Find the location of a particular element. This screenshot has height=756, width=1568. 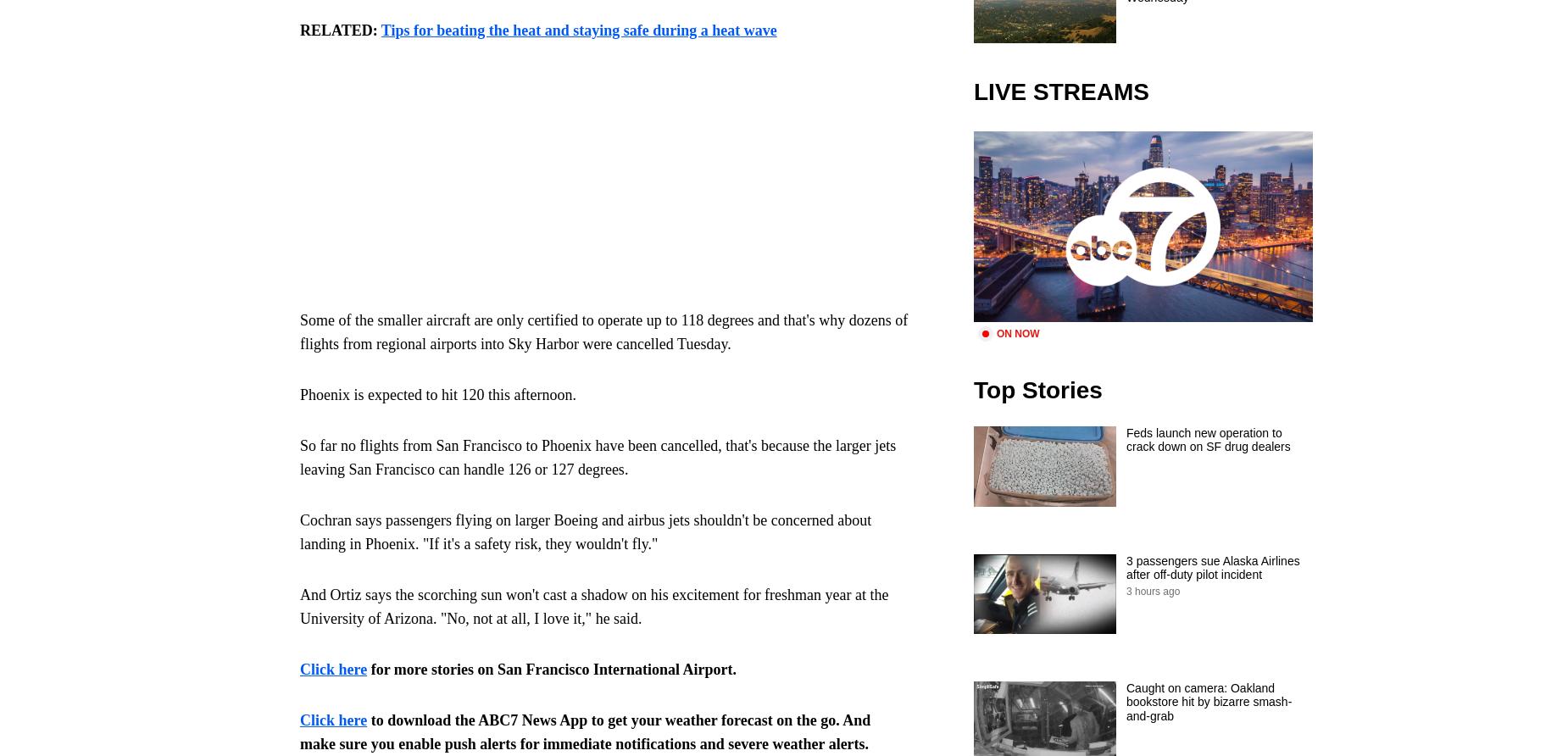

'RELATED:' is located at coordinates (299, 31).